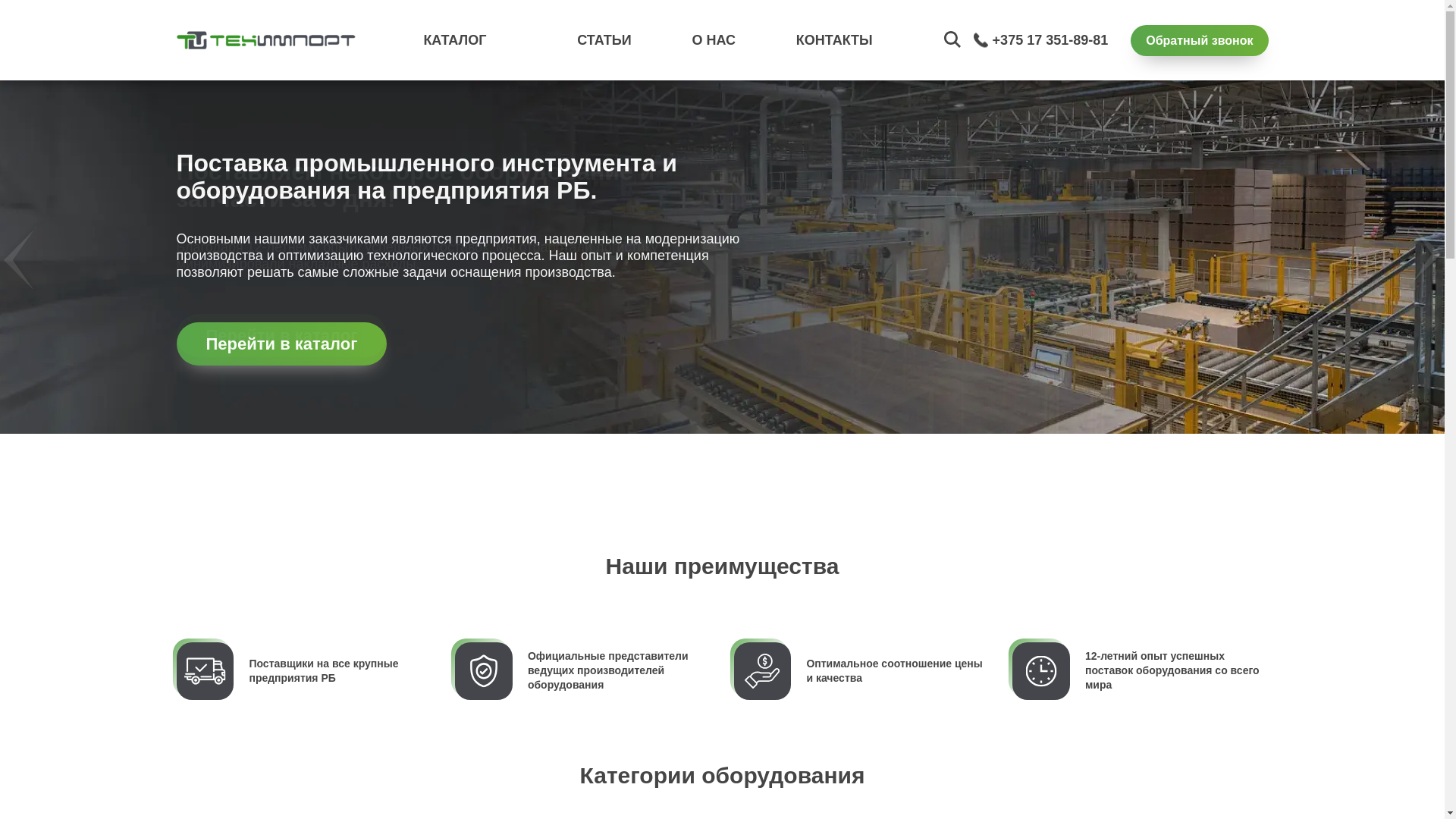 This screenshot has height=819, width=1456. I want to click on '+375 17 351-89-81', so click(1050, 39).